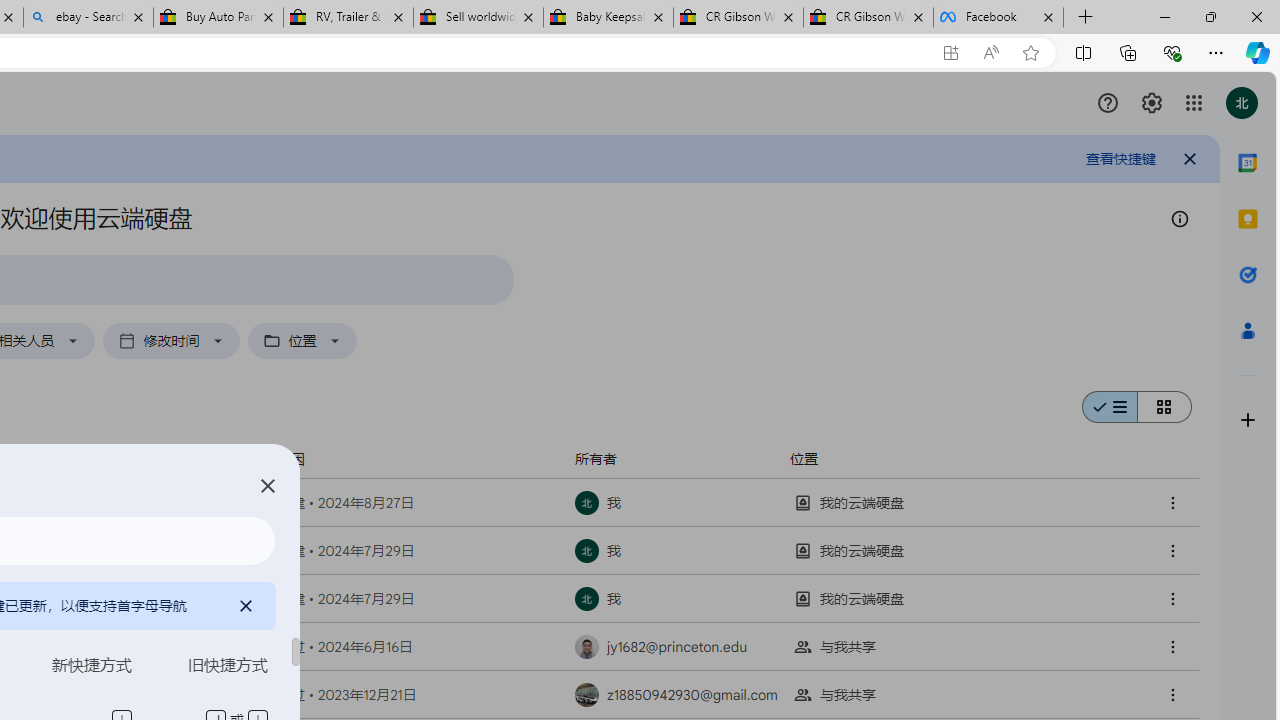 This screenshot has width=1280, height=720. Describe the element at coordinates (999, 17) in the screenshot. I see `'Facebook'` at that location.